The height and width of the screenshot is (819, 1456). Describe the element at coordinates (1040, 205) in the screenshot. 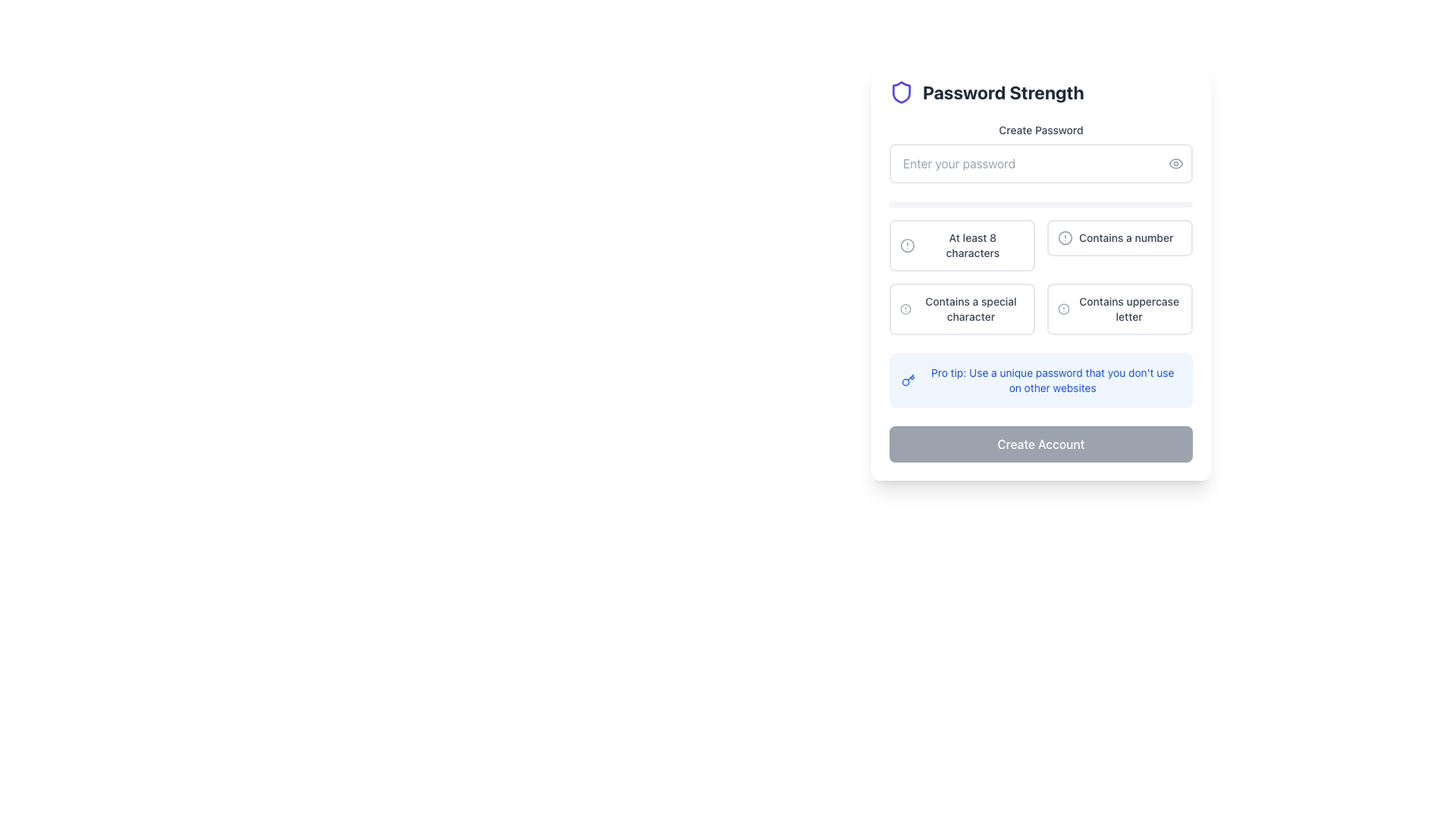

I see `the horizontal progress bar located below the 'Enter your password' input field, which has a light gray background and no progress shown` at that location.